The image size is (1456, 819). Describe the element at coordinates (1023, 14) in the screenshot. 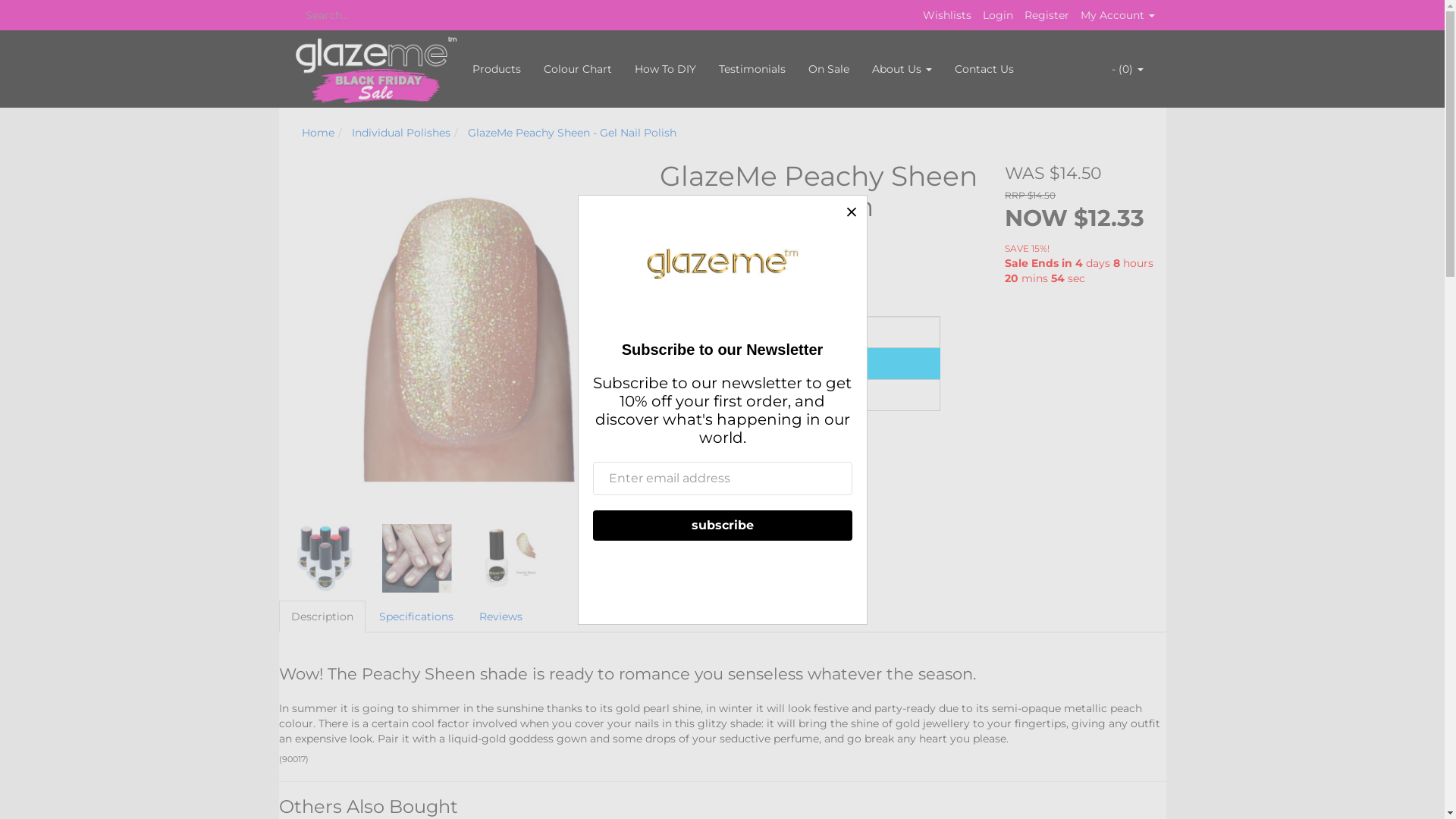

I see `'Register'` at that location.